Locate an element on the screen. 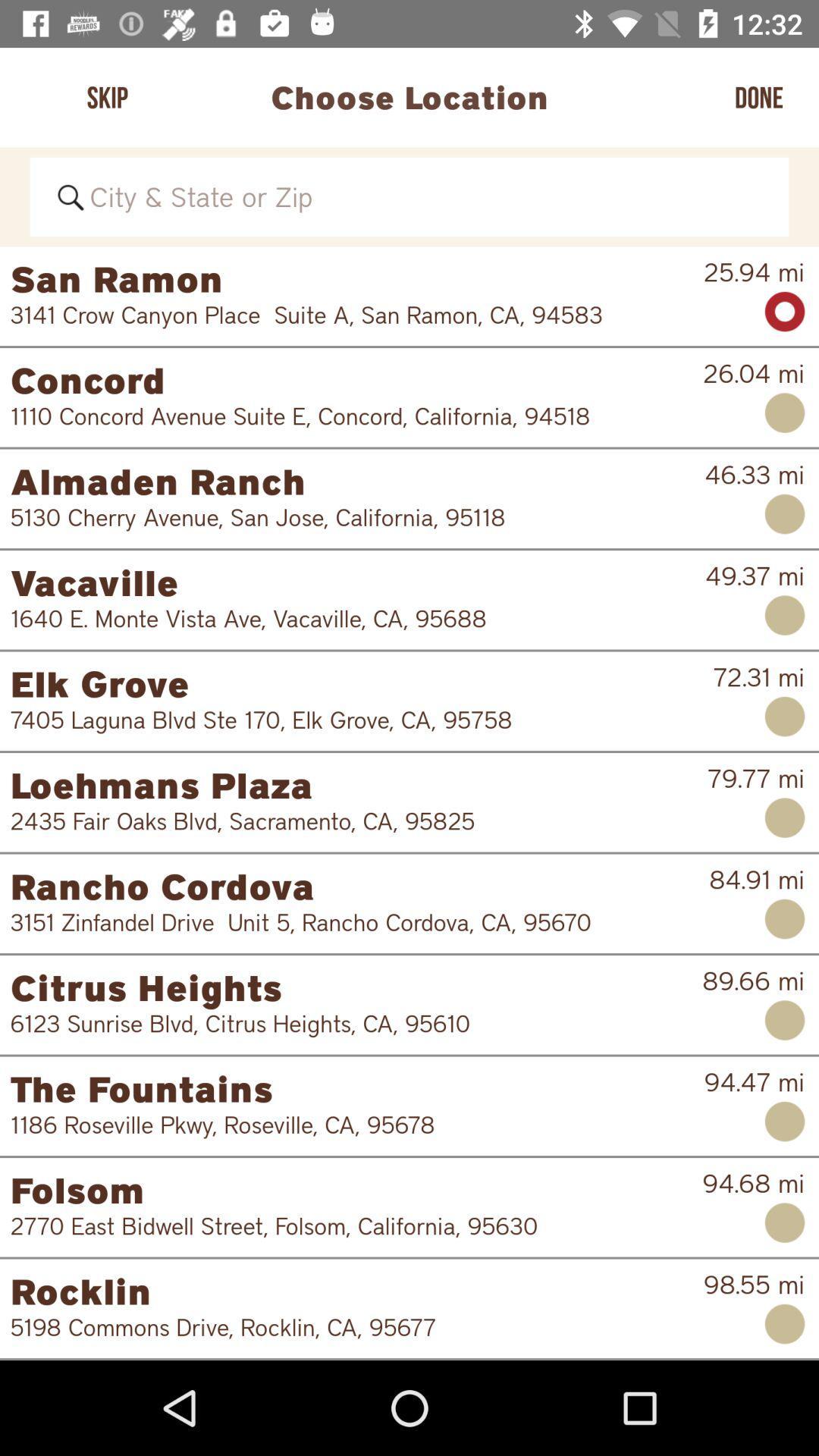 The image size is (819, 1456). icon next to 94.68 mi icon is located at coordinates (346, 1226).